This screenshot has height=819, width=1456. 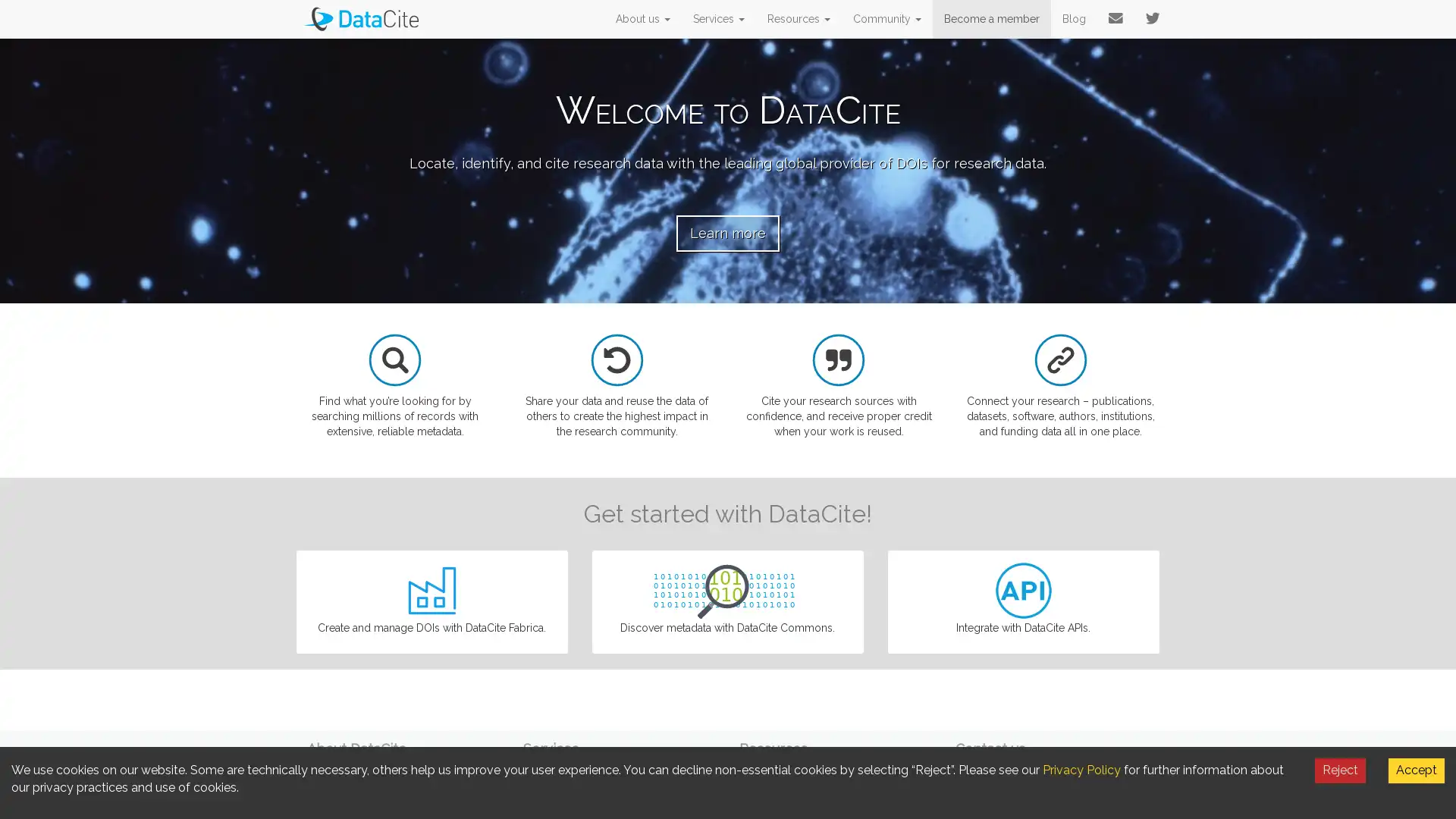 What do you see at coordinates (728, 233) in the screenshot?
I see `Learn more` at bounding box center [728, 233].